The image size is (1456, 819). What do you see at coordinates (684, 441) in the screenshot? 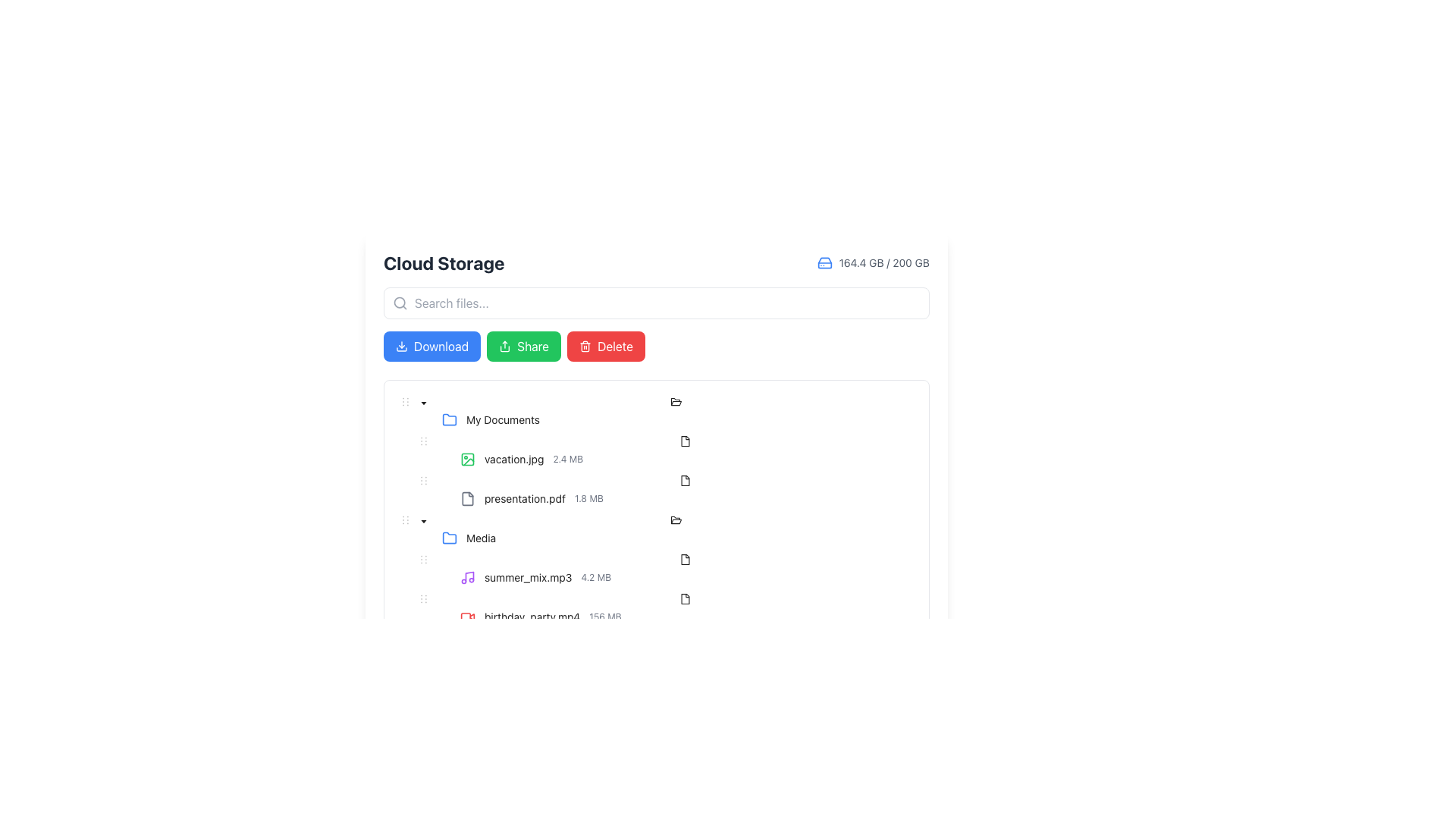
I see `the file type icon located to the right of the 'vacation.jpg' file entry` at bounding box center [684, 441].